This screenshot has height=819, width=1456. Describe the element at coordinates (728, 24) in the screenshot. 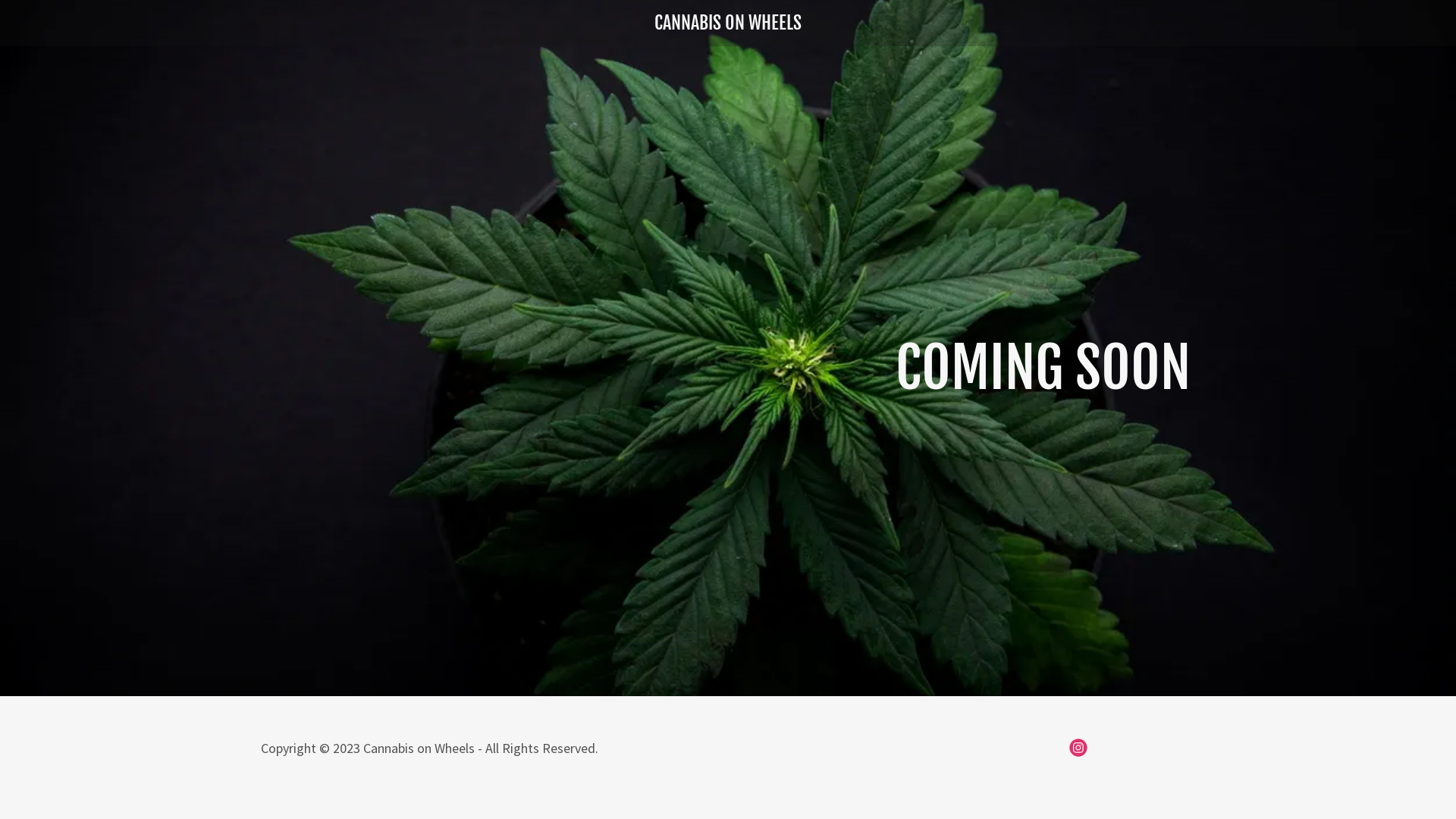

I see `'CANNABIS ON WHEELS'` at that location.